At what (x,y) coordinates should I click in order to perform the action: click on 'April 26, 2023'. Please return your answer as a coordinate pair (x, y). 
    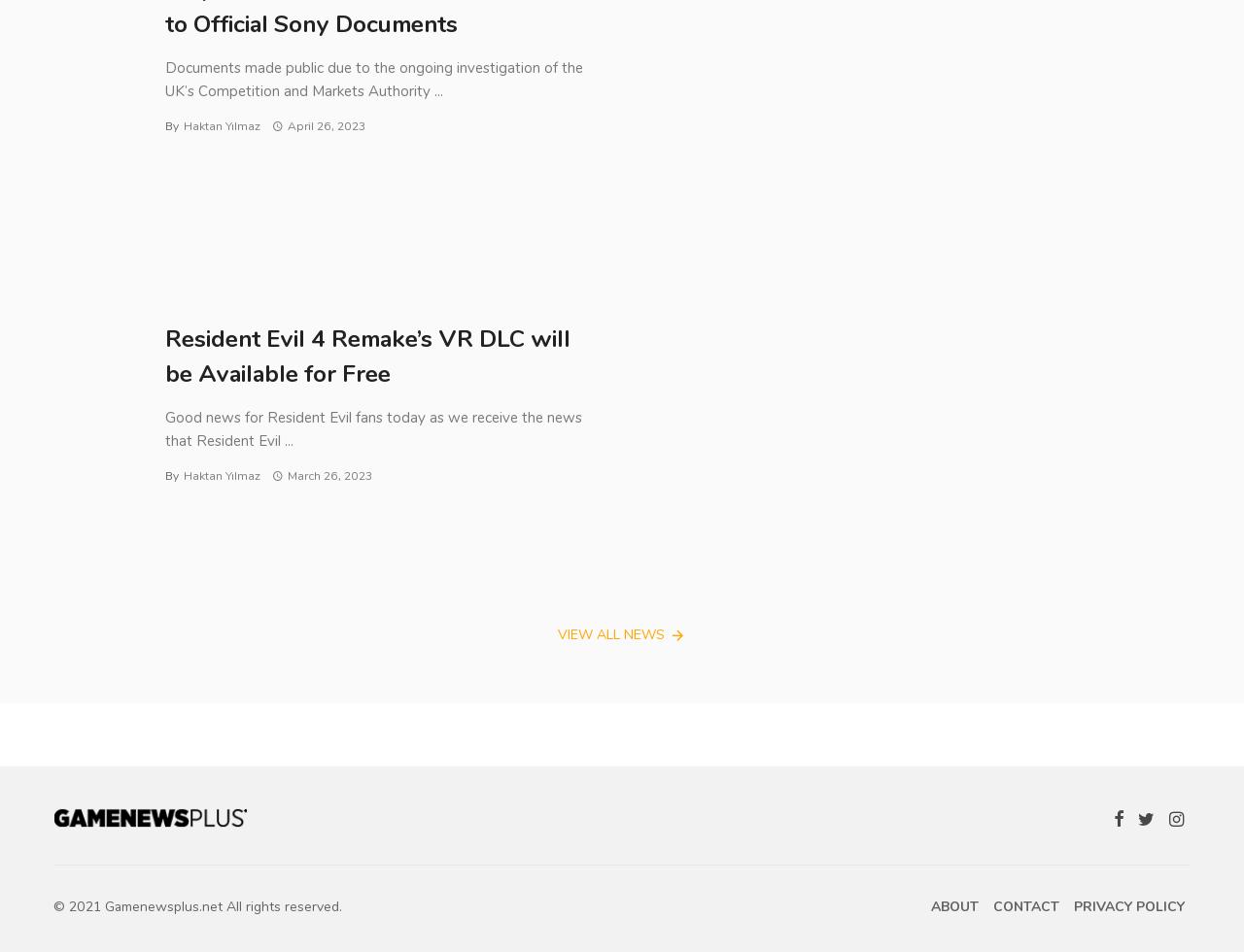
    Looking at the image, I should click on (325, 126).